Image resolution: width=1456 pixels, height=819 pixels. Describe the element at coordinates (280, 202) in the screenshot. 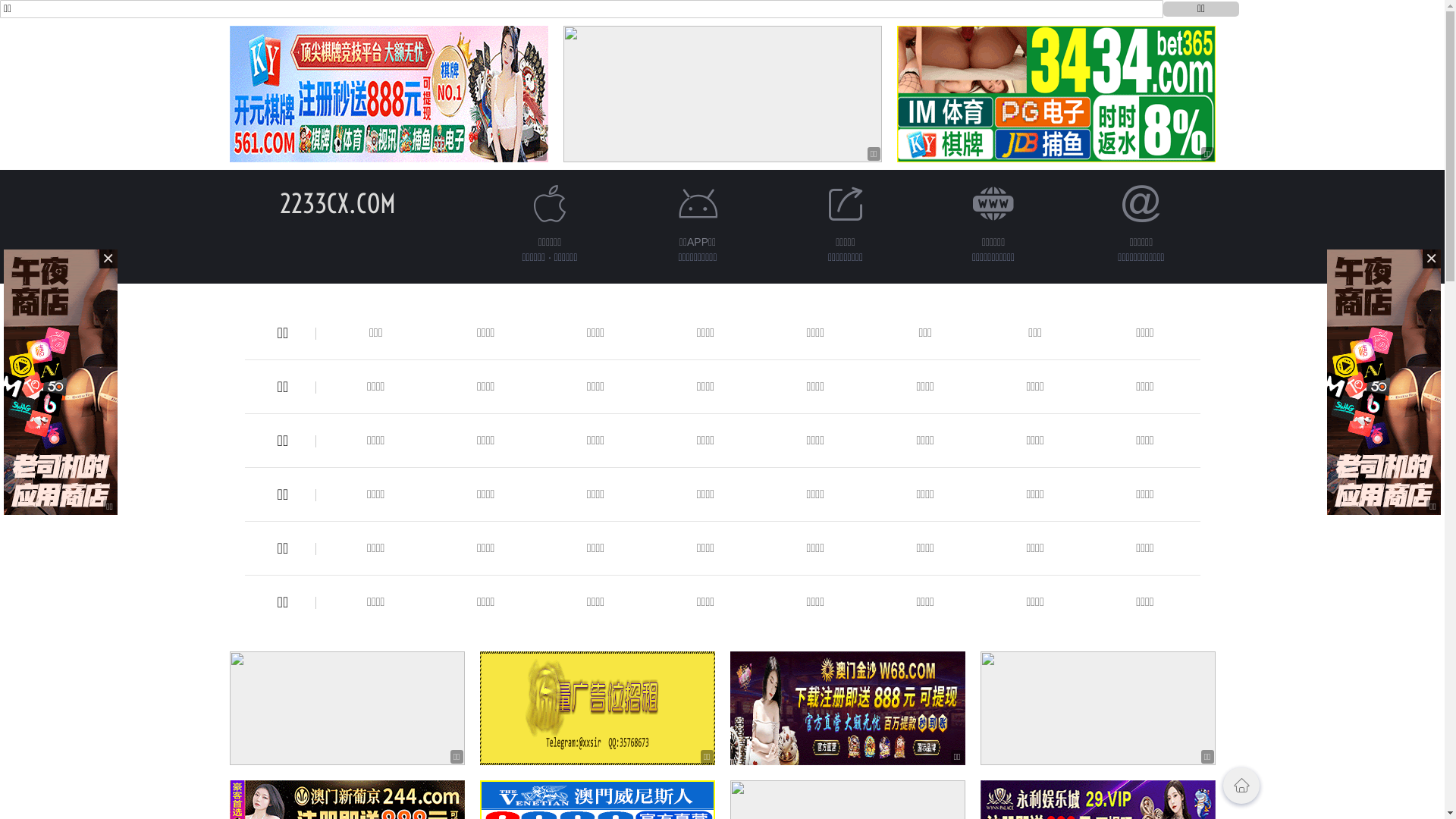

I see `'2233CX.COM'` at that location.